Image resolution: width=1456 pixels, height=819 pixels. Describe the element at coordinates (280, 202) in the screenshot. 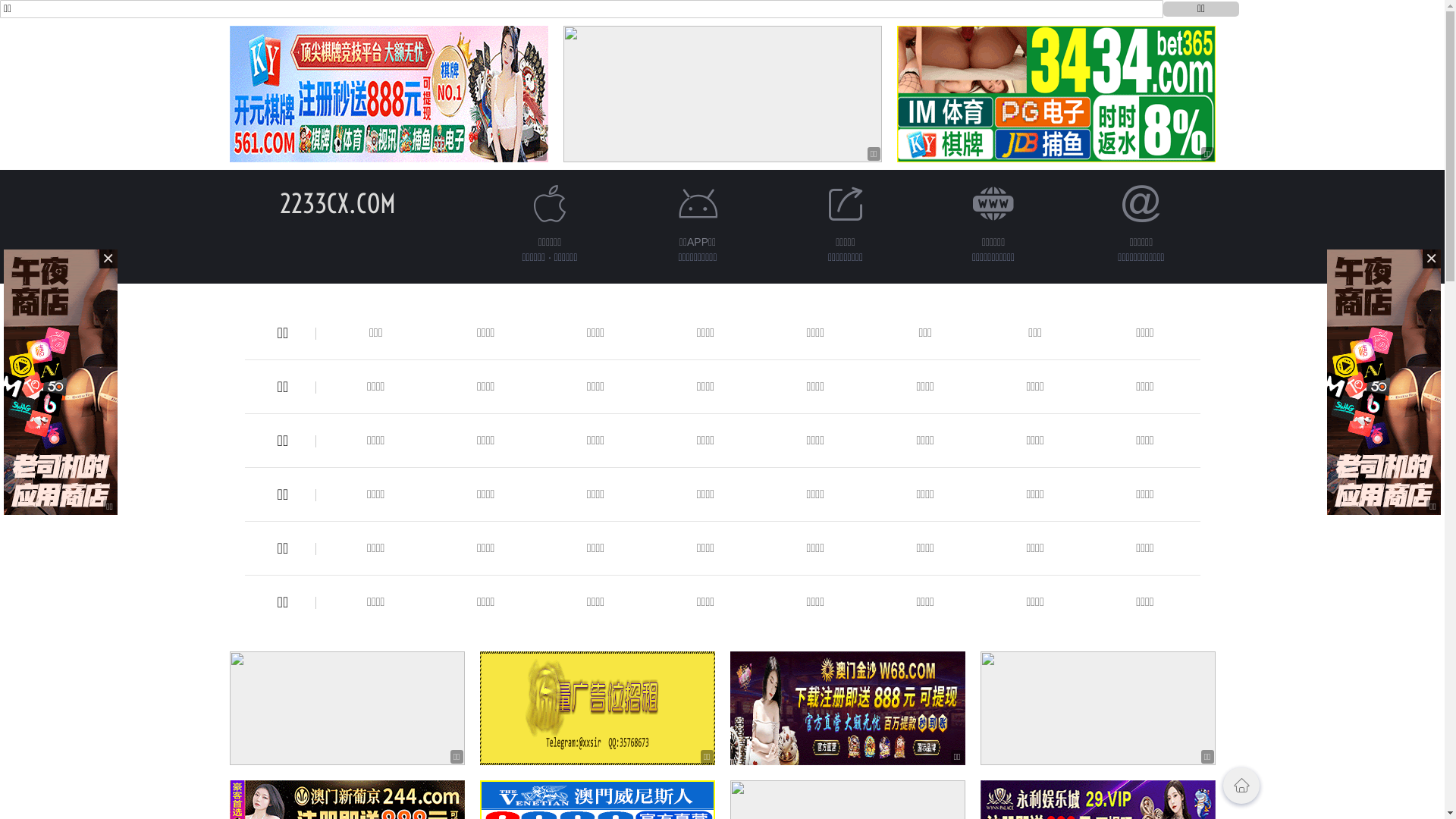

I see `'2233CX.COM'` at that location.